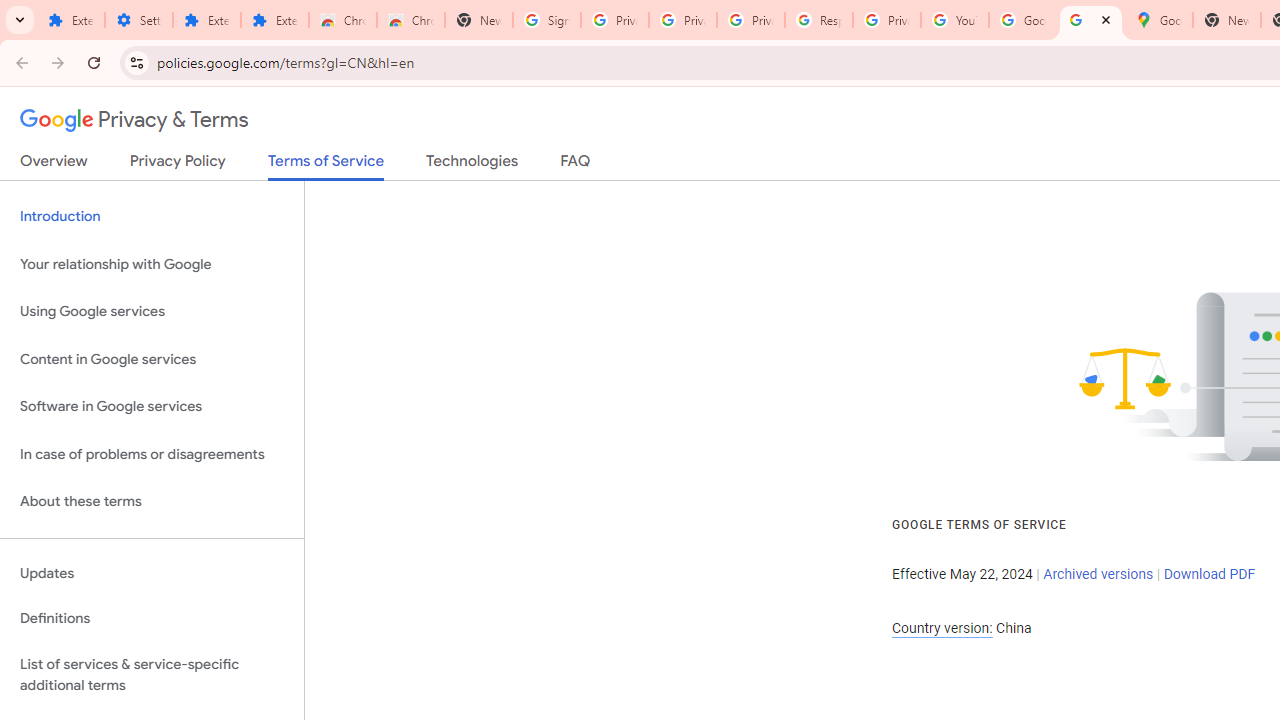 The width and height of the screenshot is (1280, 720). Describe the element at coordinates (206, 20) in the screenshot. I see `'Extensions'` at that location.